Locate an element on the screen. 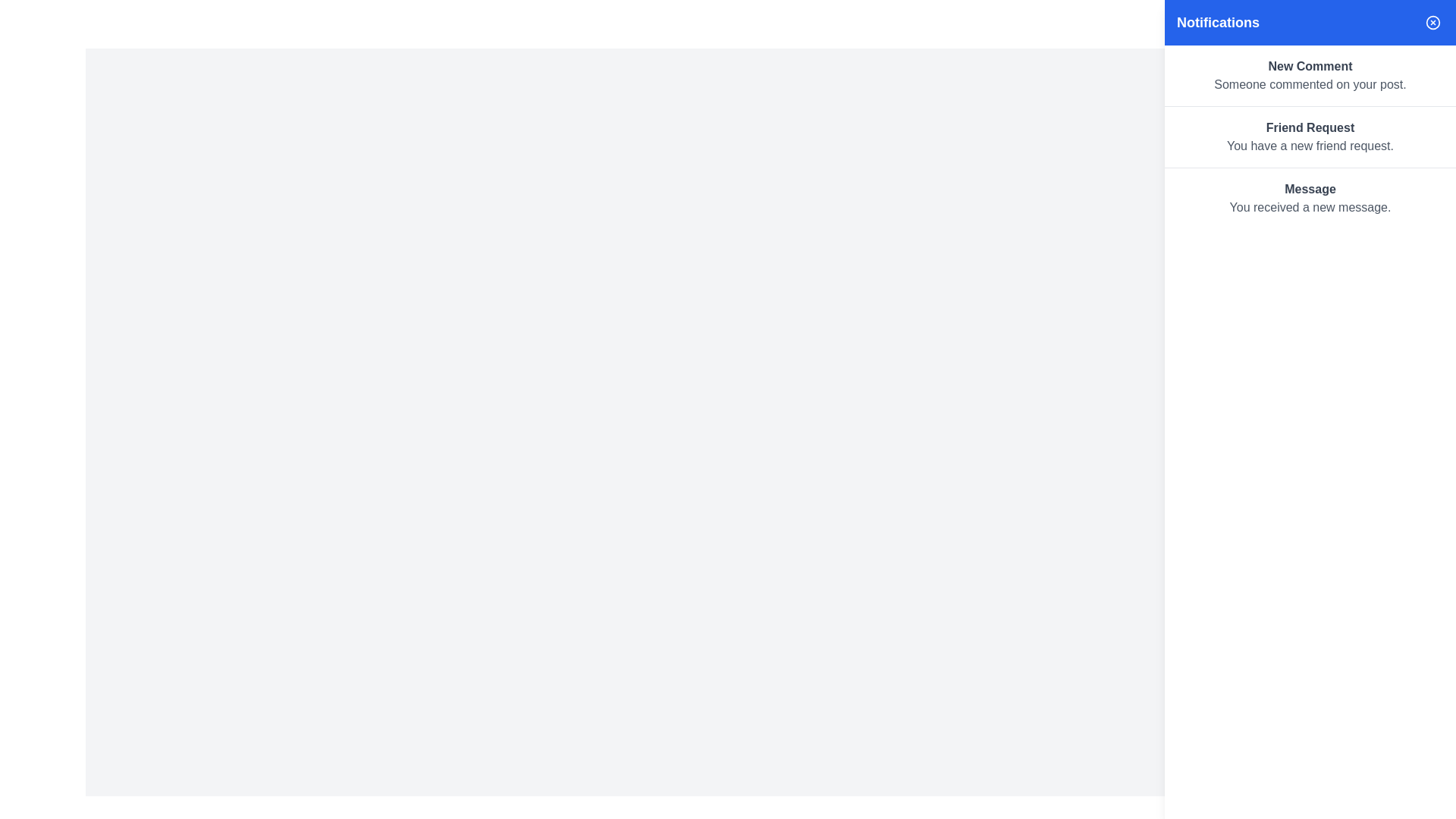 Image resolution: width=1456 pixels, height=819 pixels. the close button styled as a circular icon with a blue background and white outline located at the top-right corner of the notification bar is located at coordinates (1432, 23).